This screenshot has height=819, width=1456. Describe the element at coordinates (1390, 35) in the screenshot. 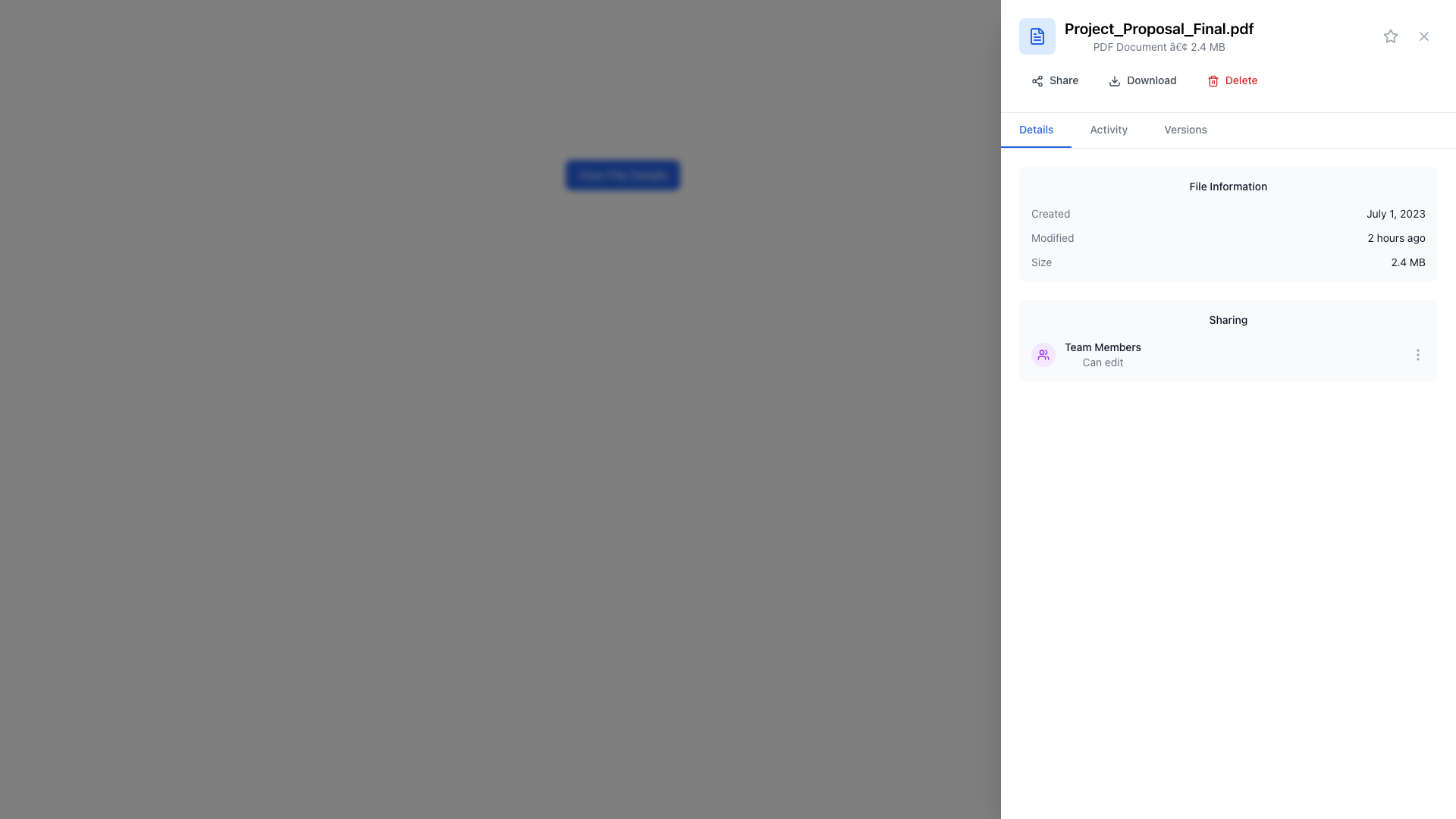

I see `the star icon located in the top-right corner of the interface, adjacent to the close button ('X')` at that location.